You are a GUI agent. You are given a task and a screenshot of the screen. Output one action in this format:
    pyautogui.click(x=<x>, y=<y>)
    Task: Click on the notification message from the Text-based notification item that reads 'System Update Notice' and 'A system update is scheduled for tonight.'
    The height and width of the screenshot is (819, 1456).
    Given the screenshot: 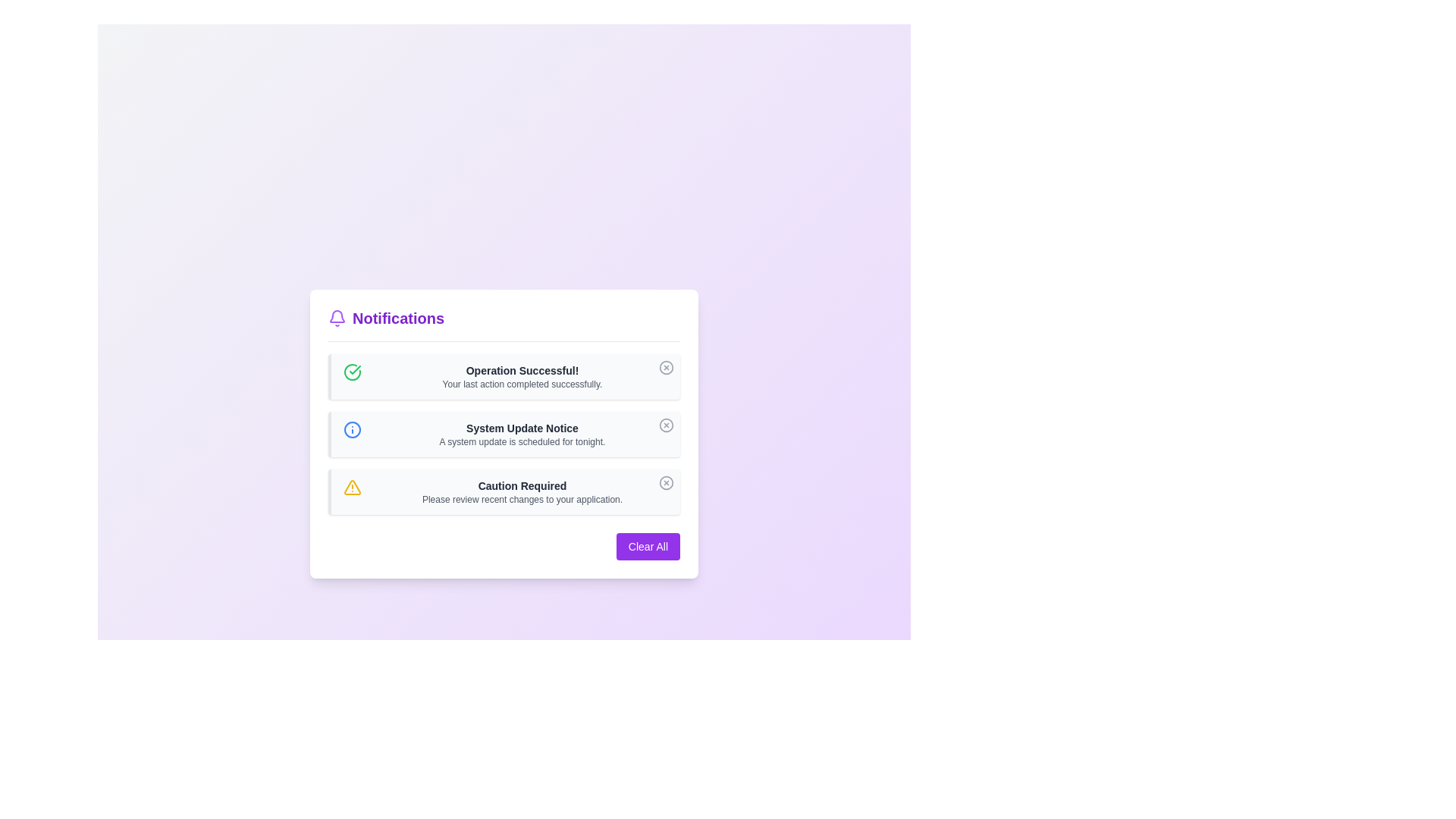 What is the action you would take?
    pyautogui.click(x=522, y=434)
    